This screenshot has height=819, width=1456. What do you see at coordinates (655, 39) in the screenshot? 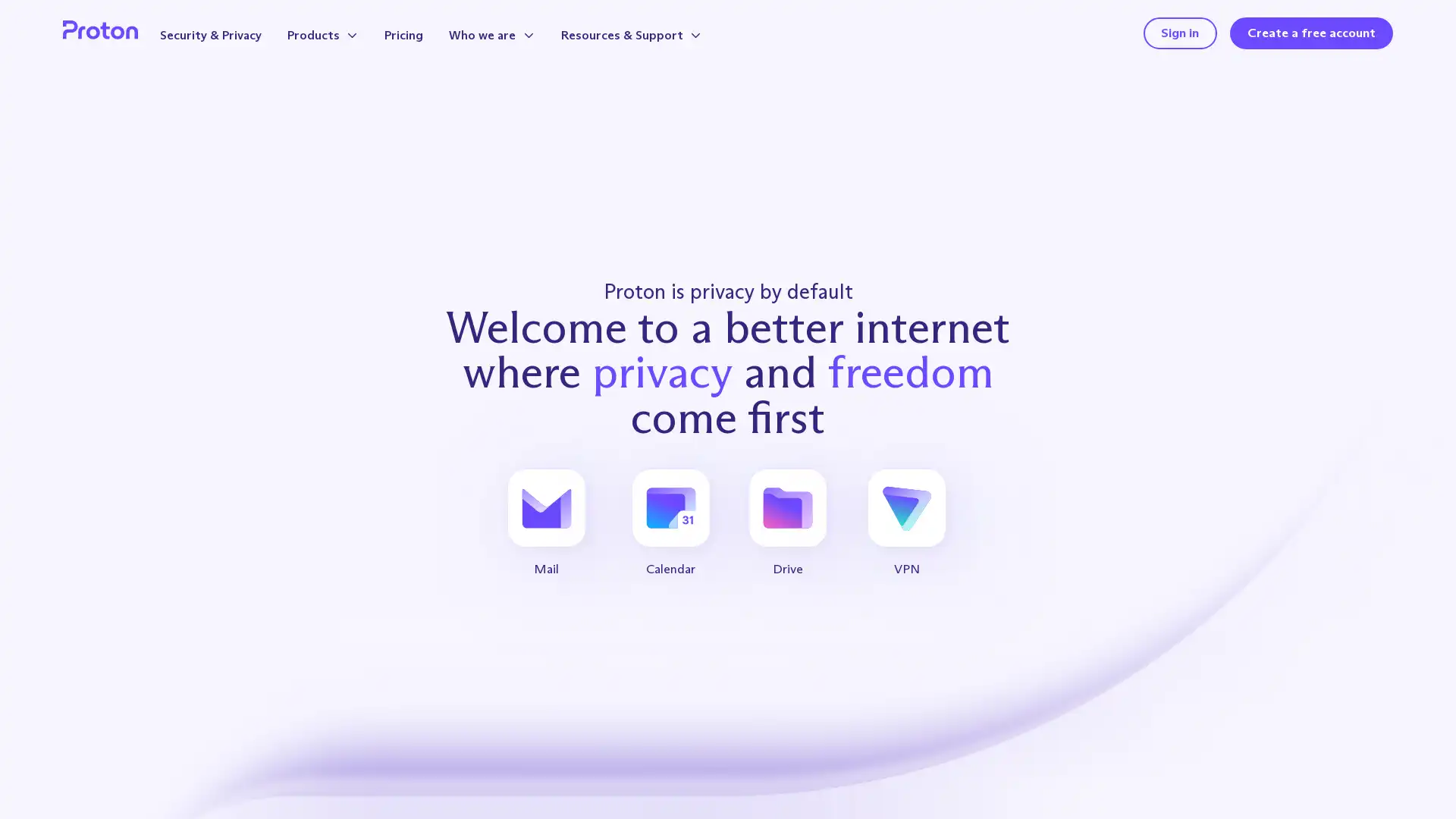
I see `Resources & Support` at bounding box center [655, 39].